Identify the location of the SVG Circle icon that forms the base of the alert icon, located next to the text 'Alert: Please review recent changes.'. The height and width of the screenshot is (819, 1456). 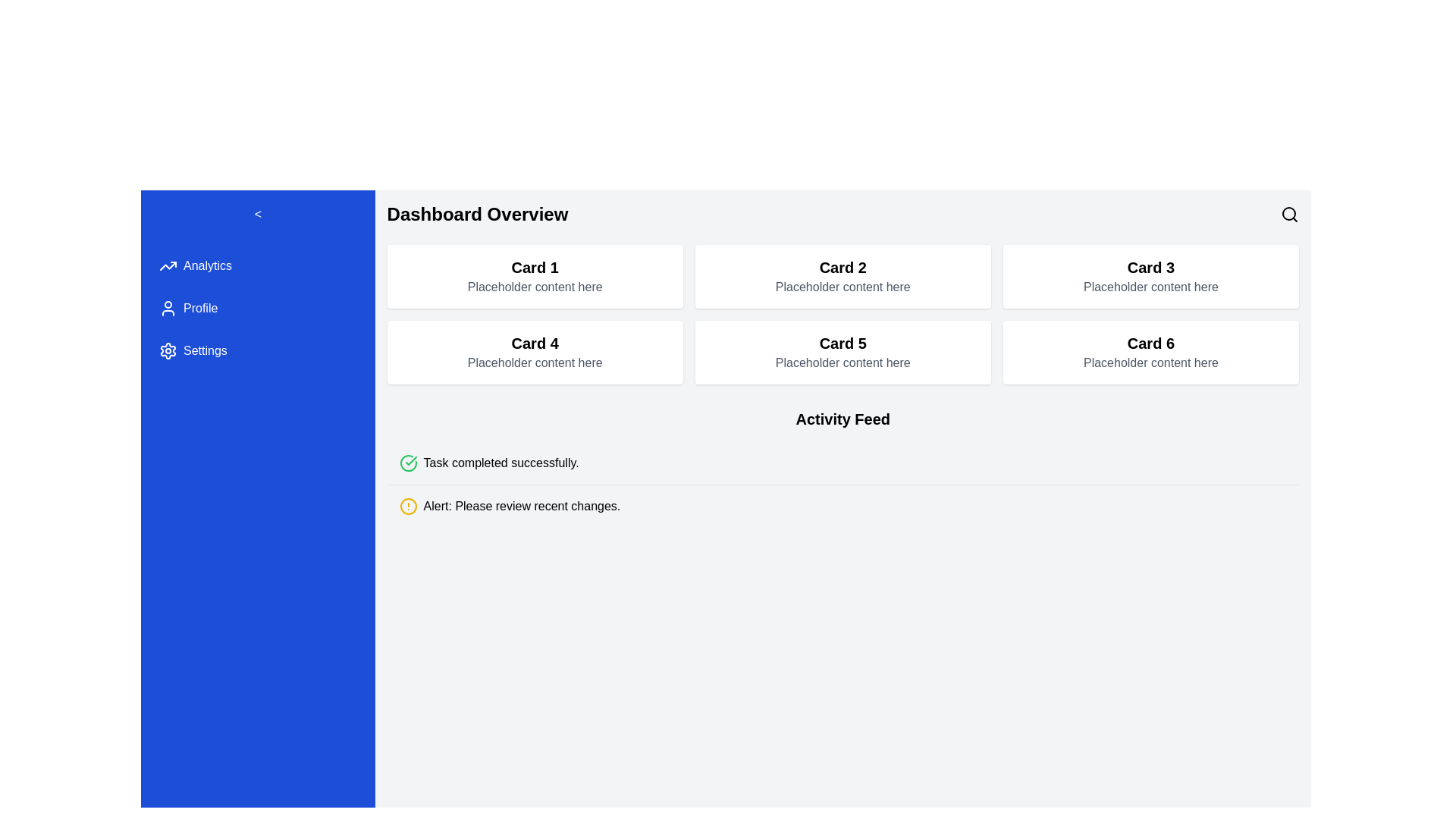
(408, 506).